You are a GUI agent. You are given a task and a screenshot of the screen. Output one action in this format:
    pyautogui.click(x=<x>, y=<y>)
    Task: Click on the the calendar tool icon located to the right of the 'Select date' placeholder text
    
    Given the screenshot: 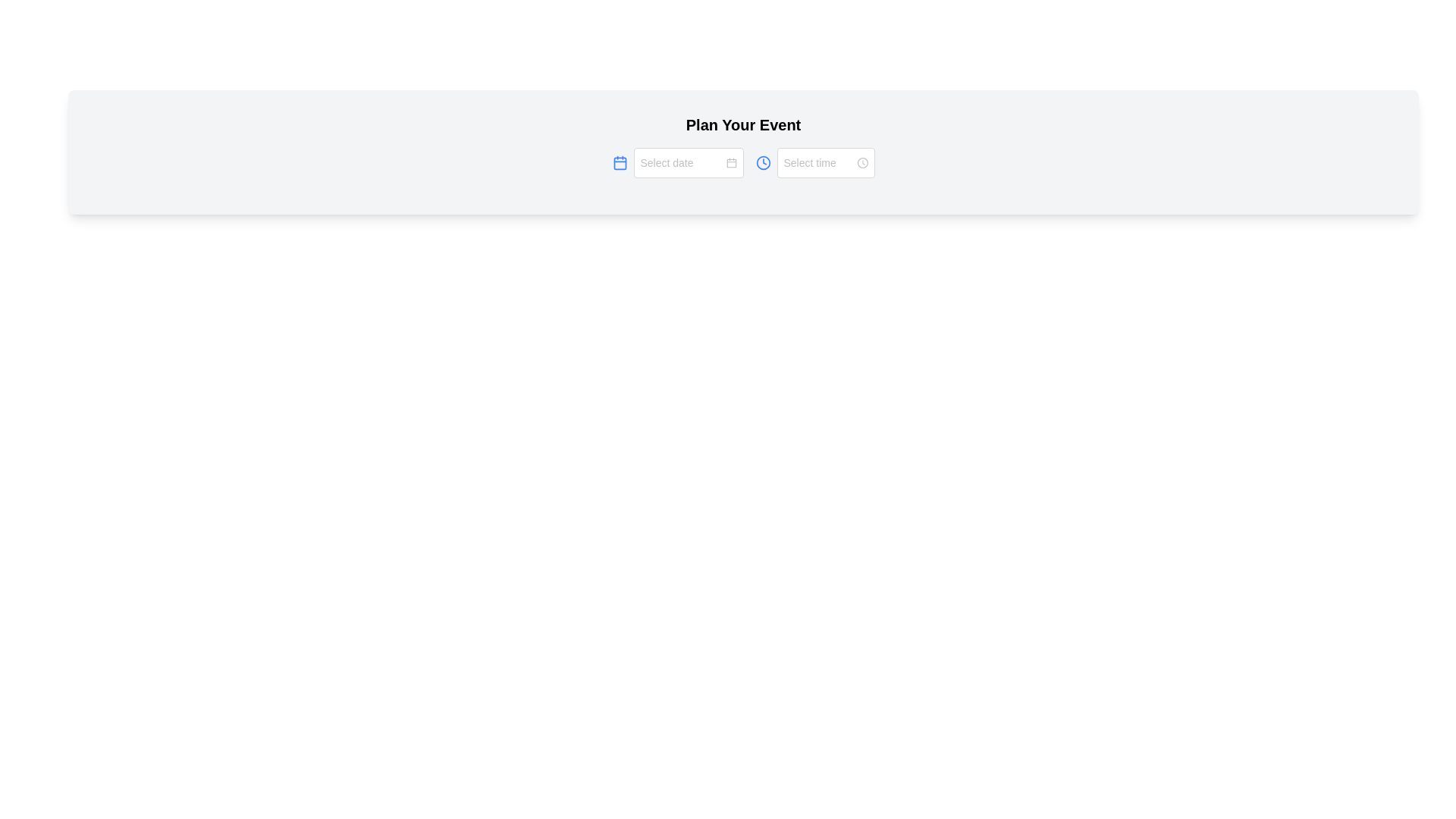 What is the action you would take?
    pyautogui.click(x=731, y=163)
    